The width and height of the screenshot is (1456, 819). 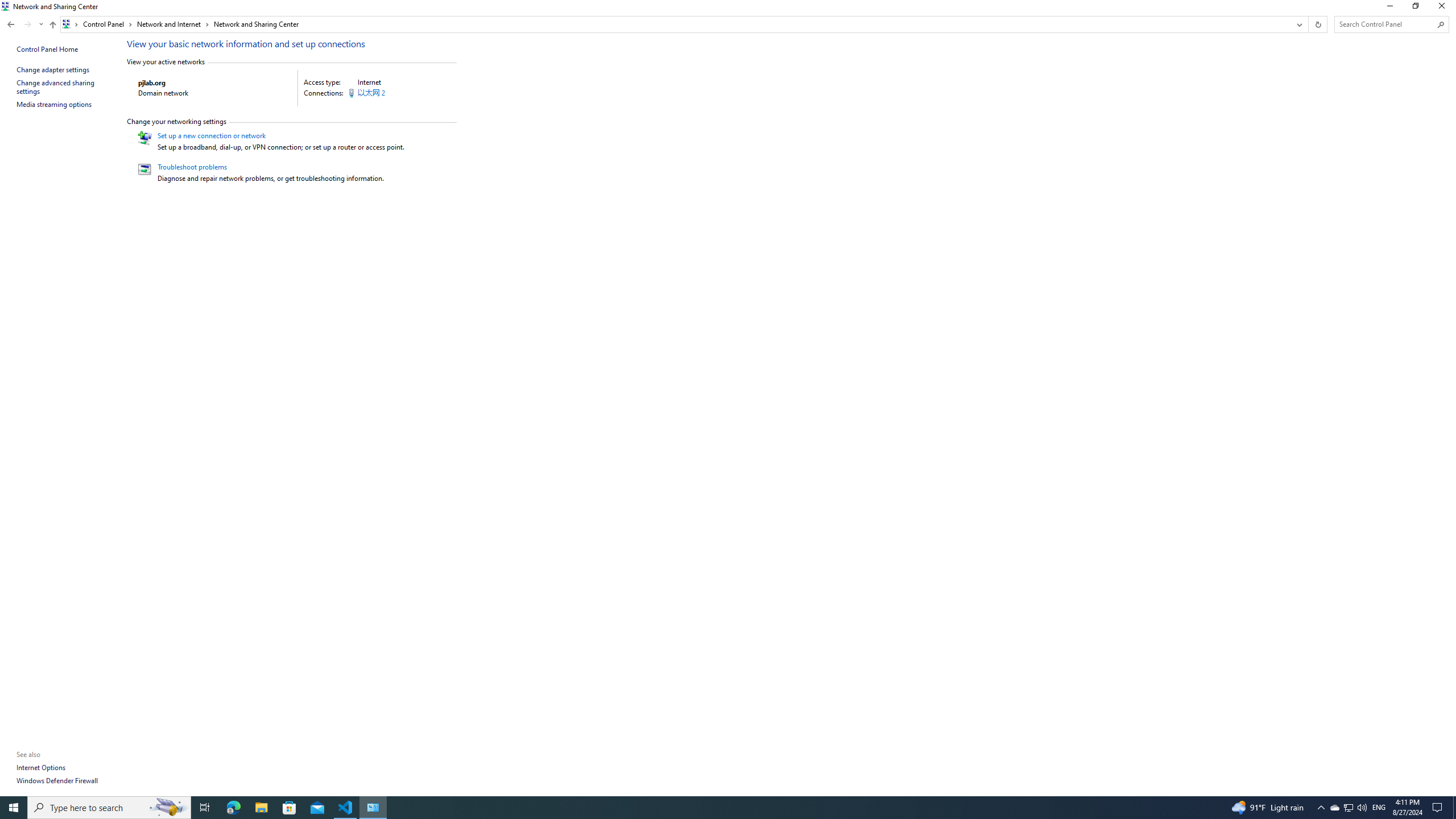 What do you see at coordinates (53, 26) in the screenshot?
I see `'Up band toolbar'` at bounding box center [53, 26].